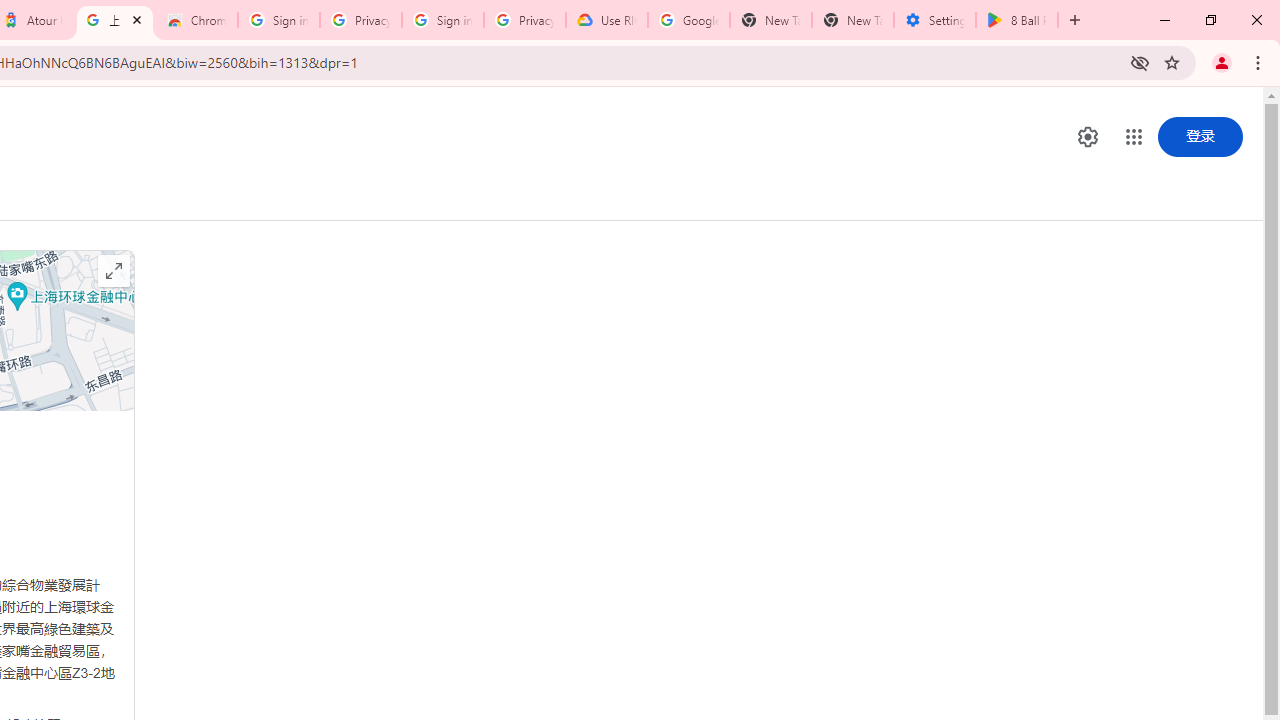 Image resolution: width=1280 pixels, height=720 pixels. Describe the element at coordinates (197, 20) in the screenshot. I see `'Chrome Web Store - Color themes by Chrome'` at that location.